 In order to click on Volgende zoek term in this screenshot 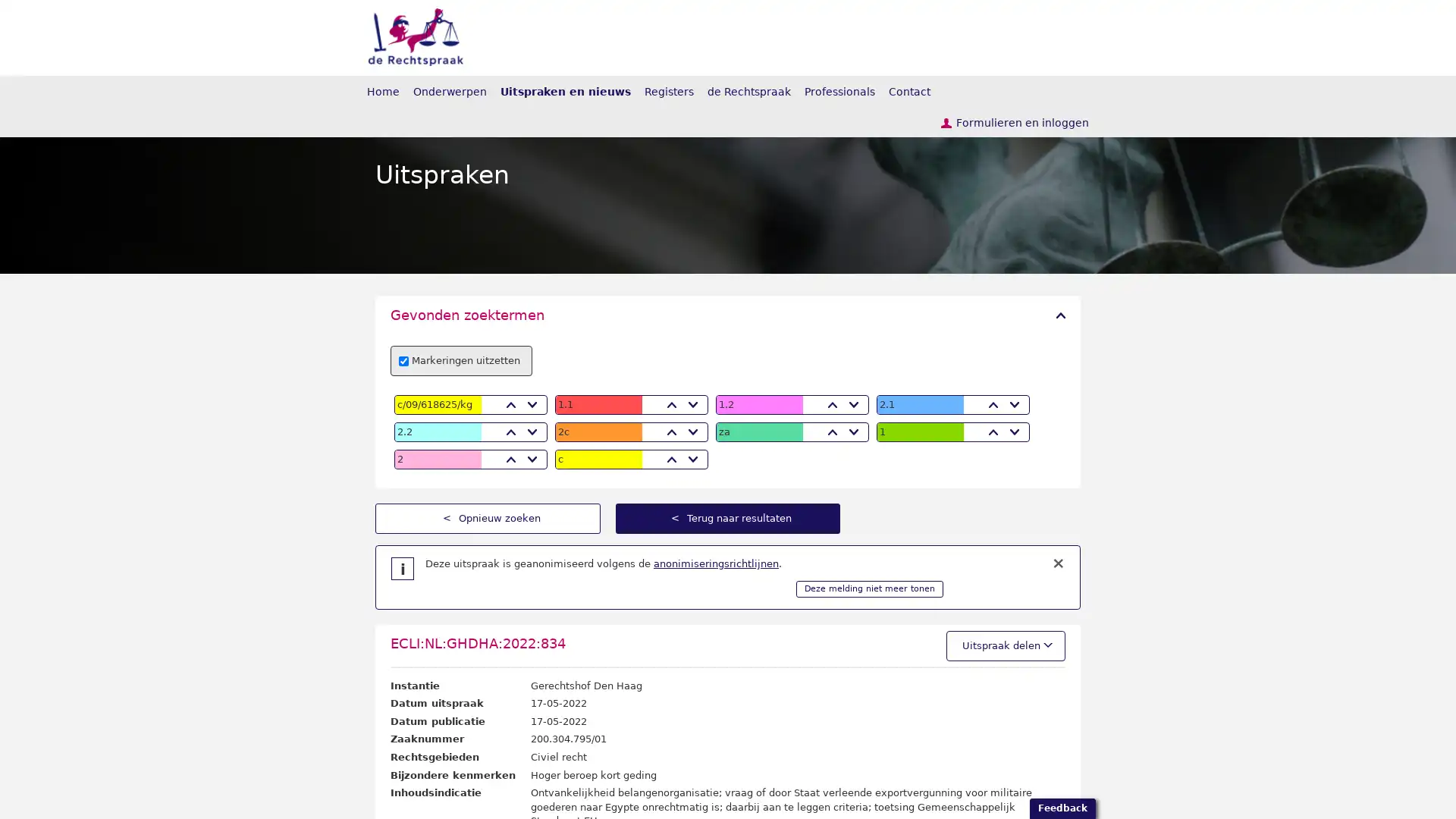, I will do `click(1015, 431)`.